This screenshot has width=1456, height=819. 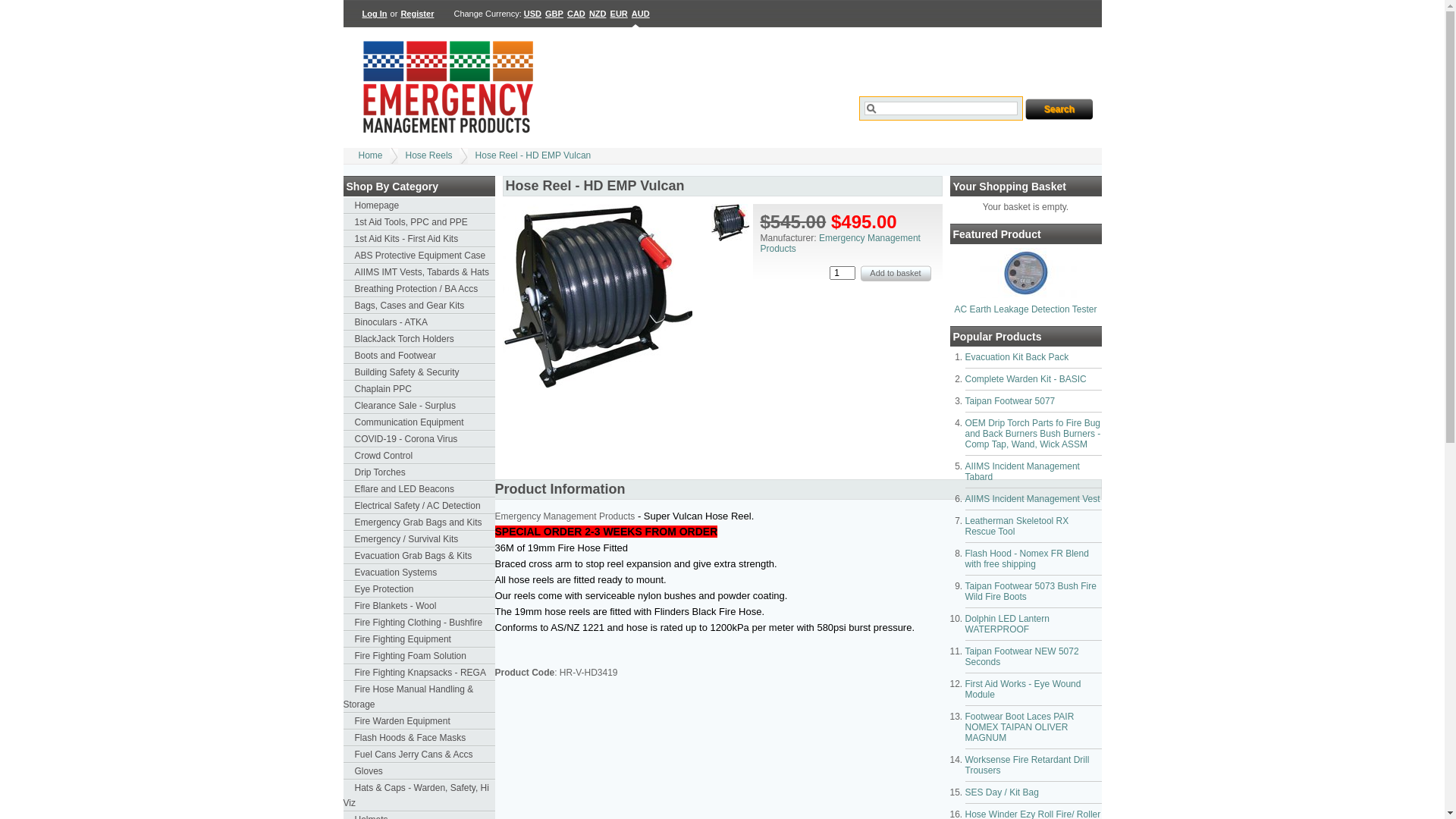 I want to click on 'Hose Reel - HD EMP Vulcan', so click(x=533, y=155).